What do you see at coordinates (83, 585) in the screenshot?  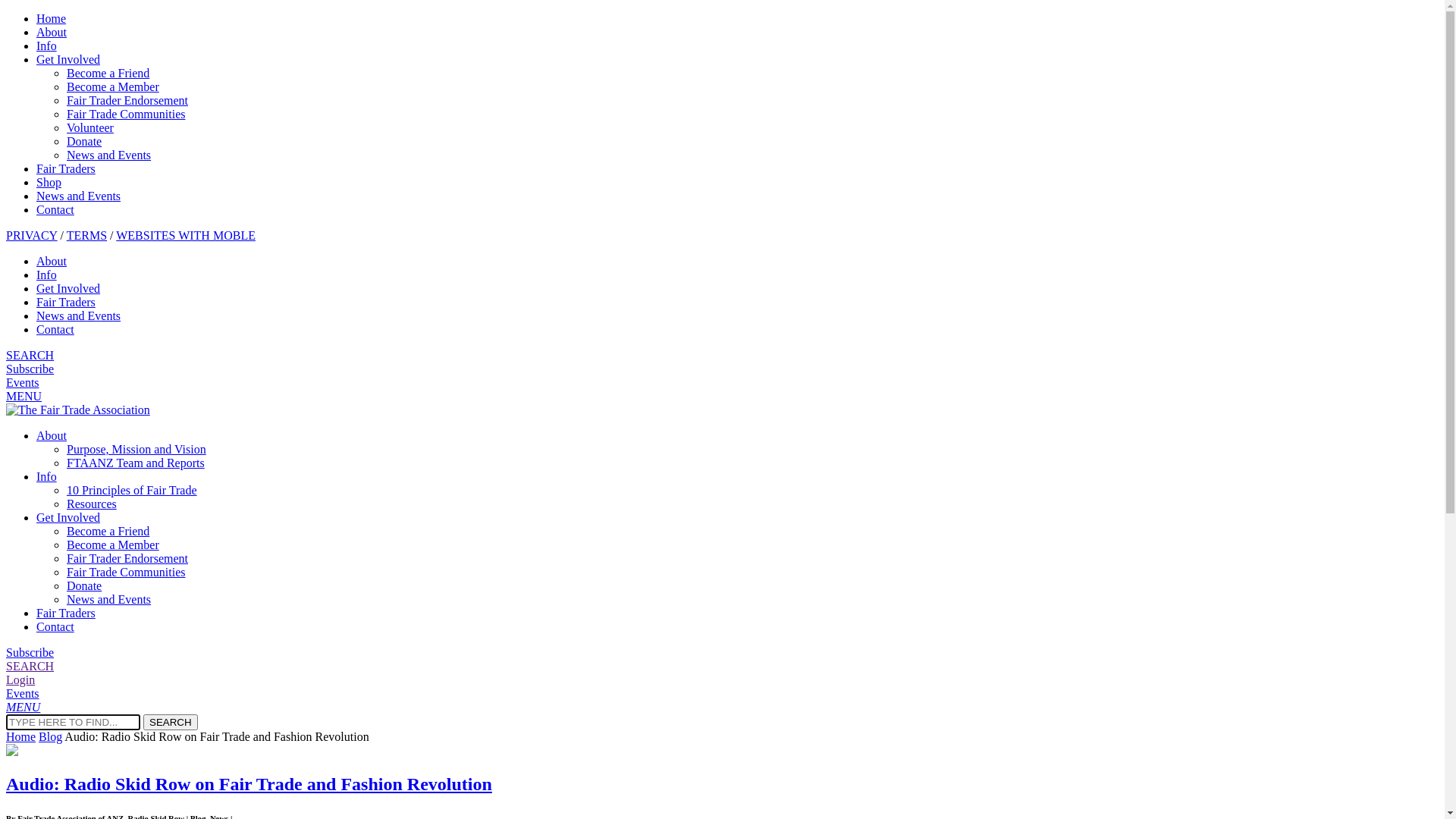 I see `'Donate'` at bounding box center [83, 585].